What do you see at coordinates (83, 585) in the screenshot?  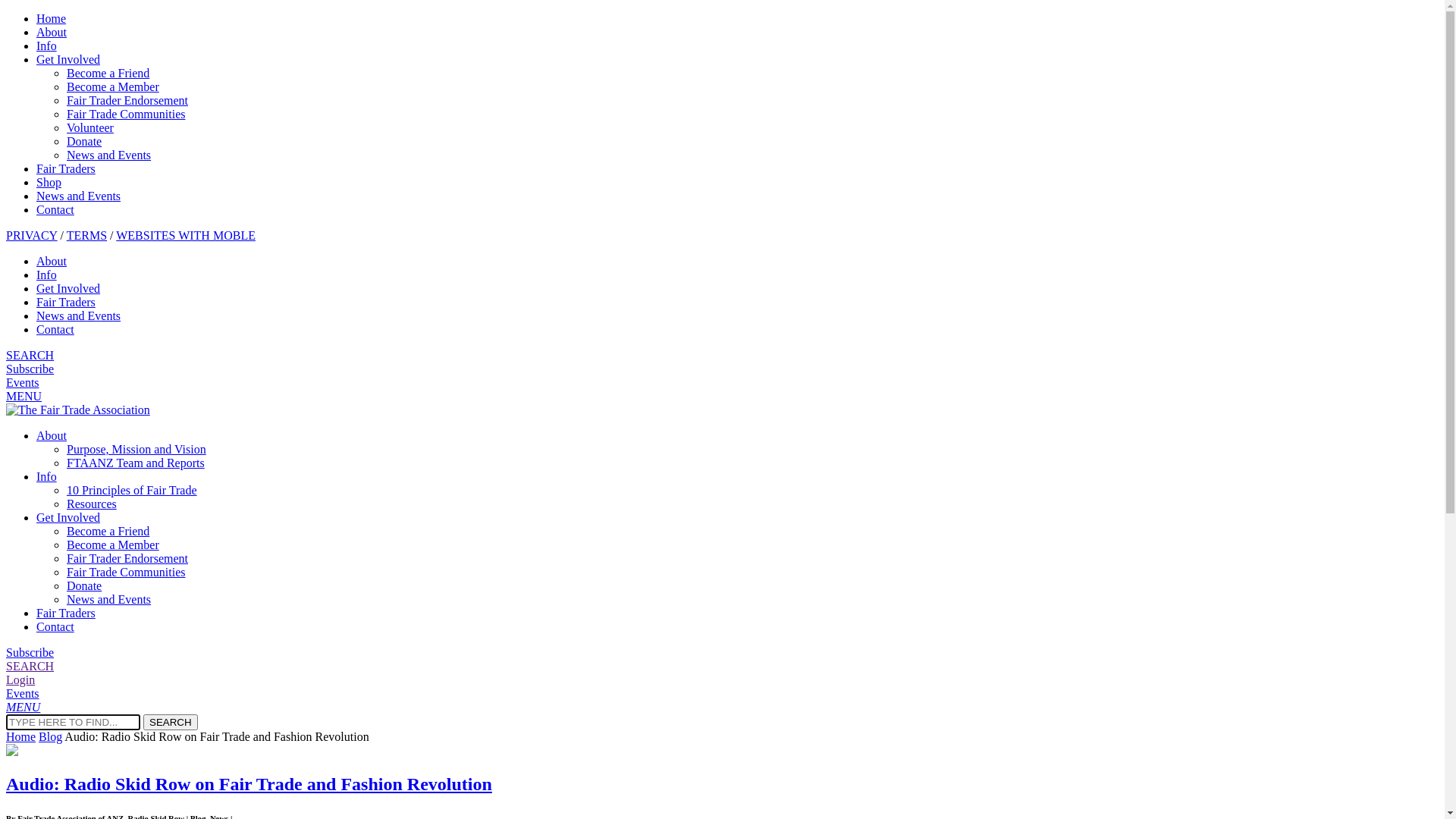 I see `'Donate'` at bounding box center [83, 585].